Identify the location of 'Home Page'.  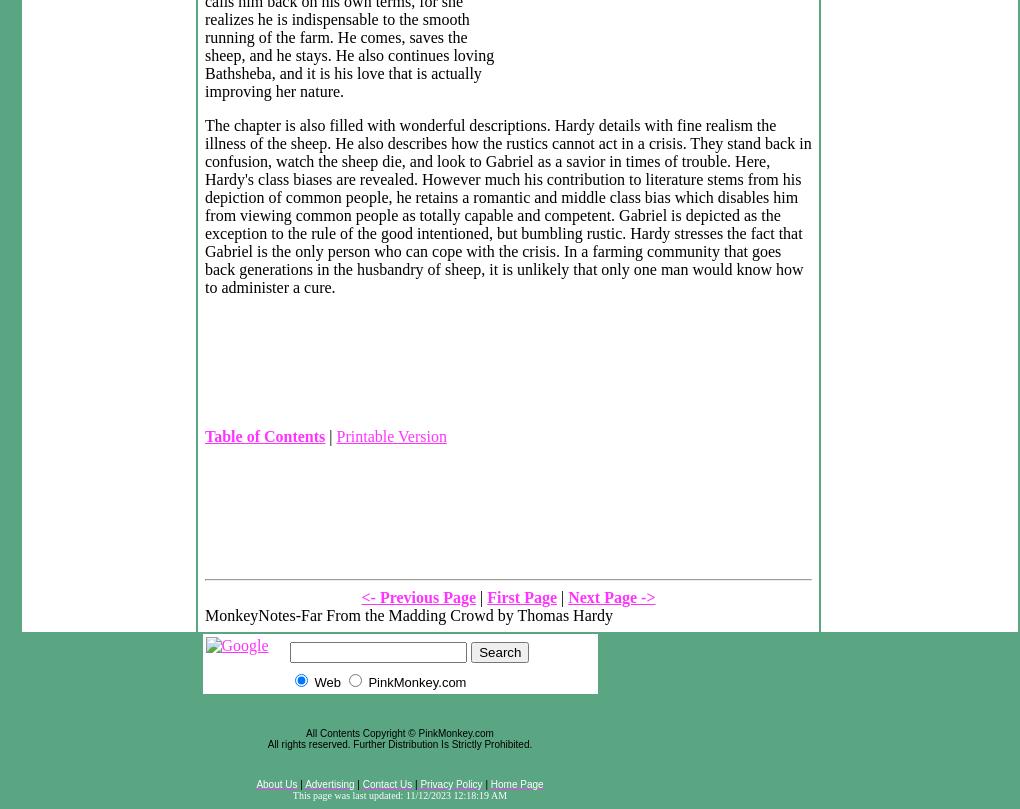
(515, 783).